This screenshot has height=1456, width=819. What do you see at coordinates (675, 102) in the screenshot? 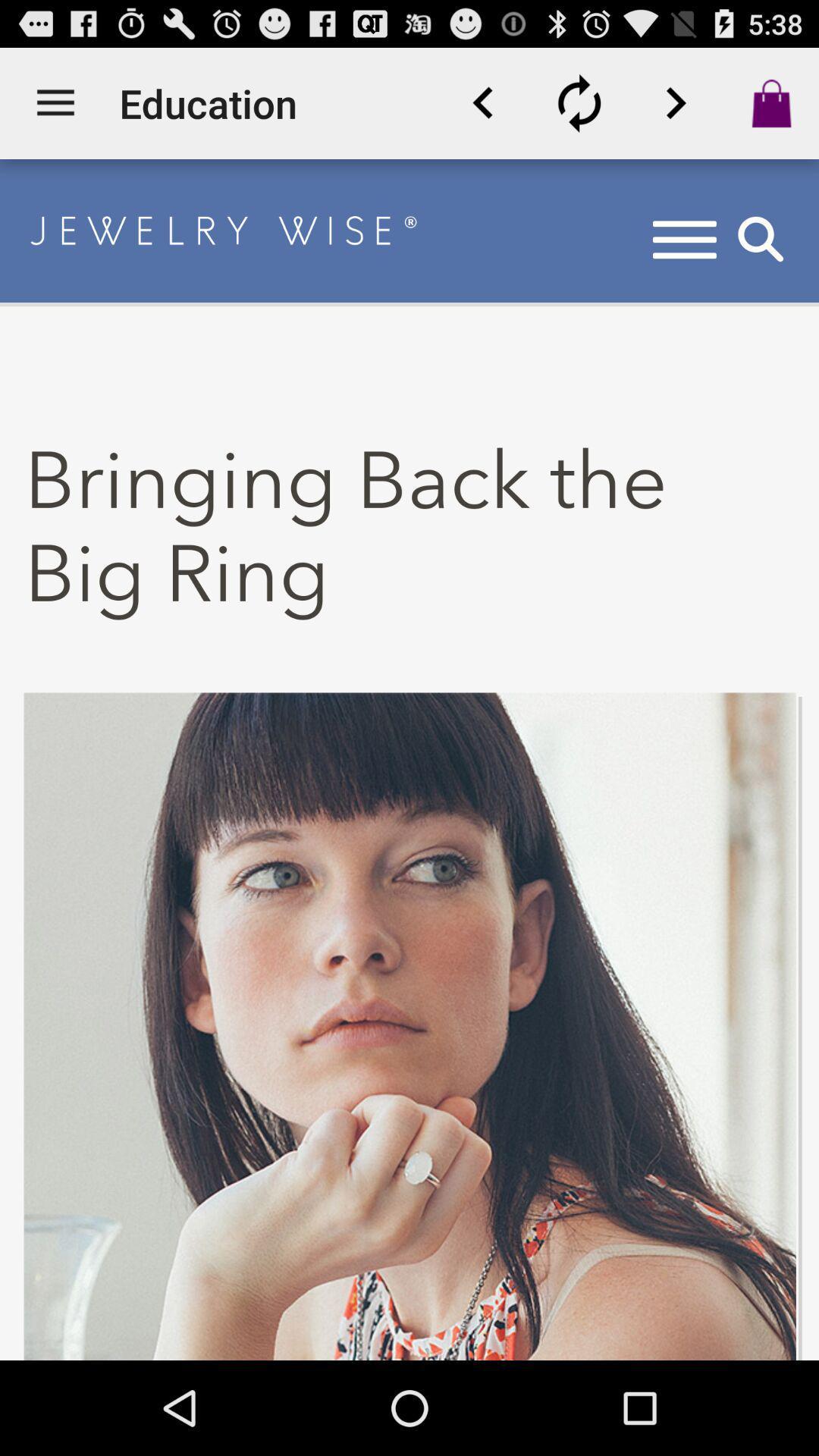
I see `move forward` at bounding box center [675, 102].